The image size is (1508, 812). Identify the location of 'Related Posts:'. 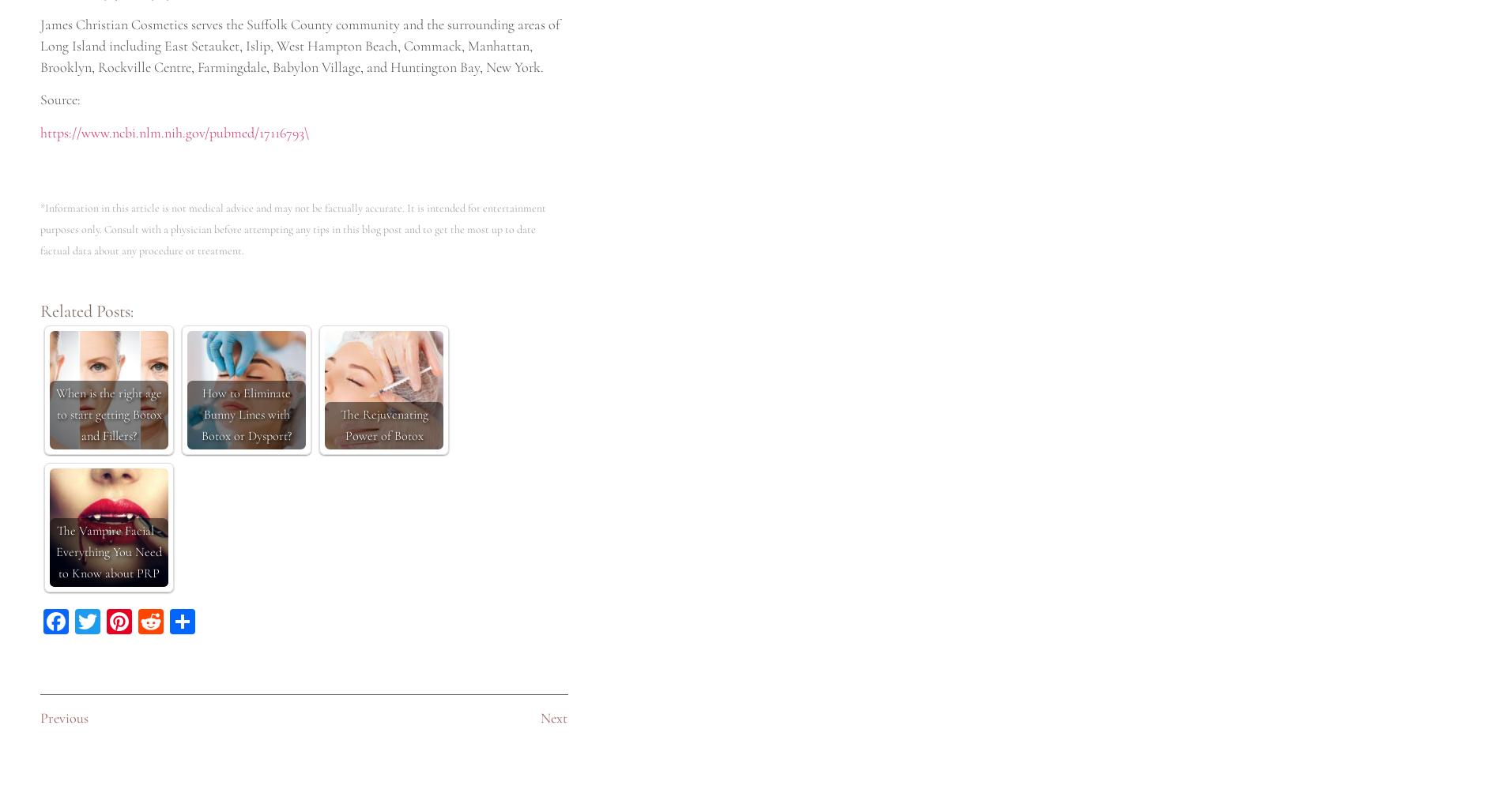
(39, 311).